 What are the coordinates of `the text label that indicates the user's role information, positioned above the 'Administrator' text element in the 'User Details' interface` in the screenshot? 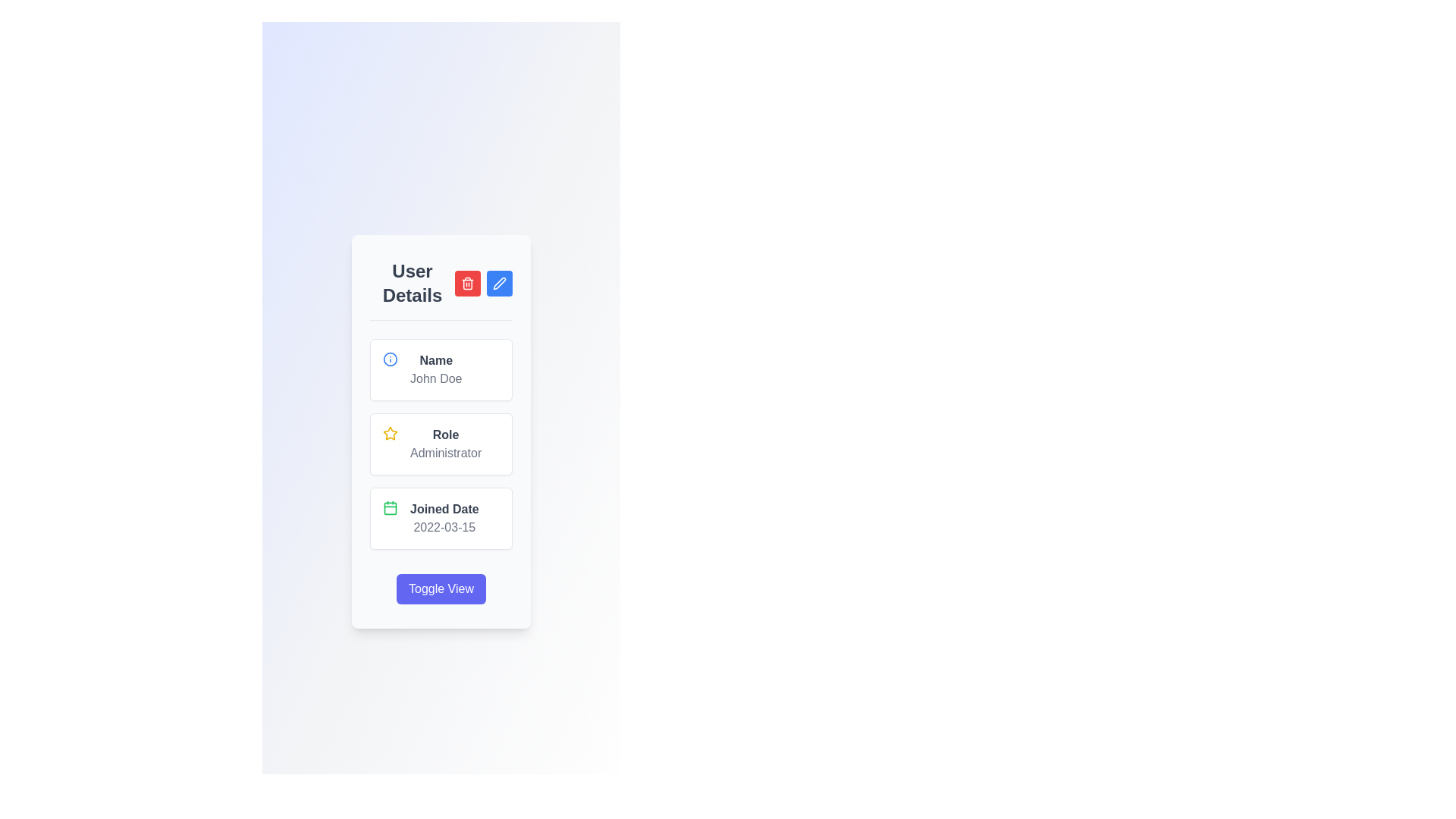 It's located at (445, 435).